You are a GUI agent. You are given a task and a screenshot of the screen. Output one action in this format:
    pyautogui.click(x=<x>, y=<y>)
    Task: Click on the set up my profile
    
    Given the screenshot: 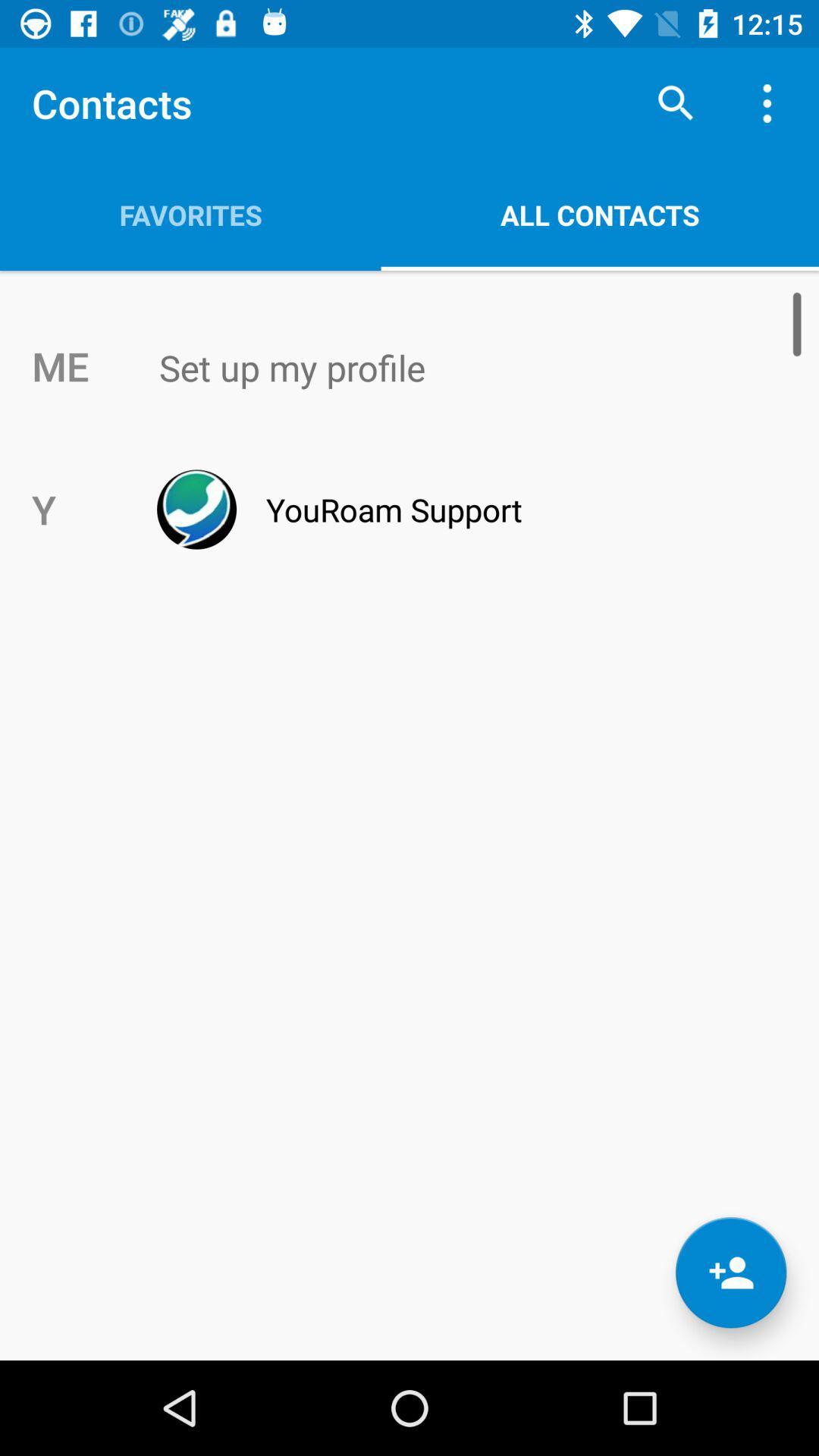 What is the action you would take?
    pyautogui.click(x=441, y=367)
    